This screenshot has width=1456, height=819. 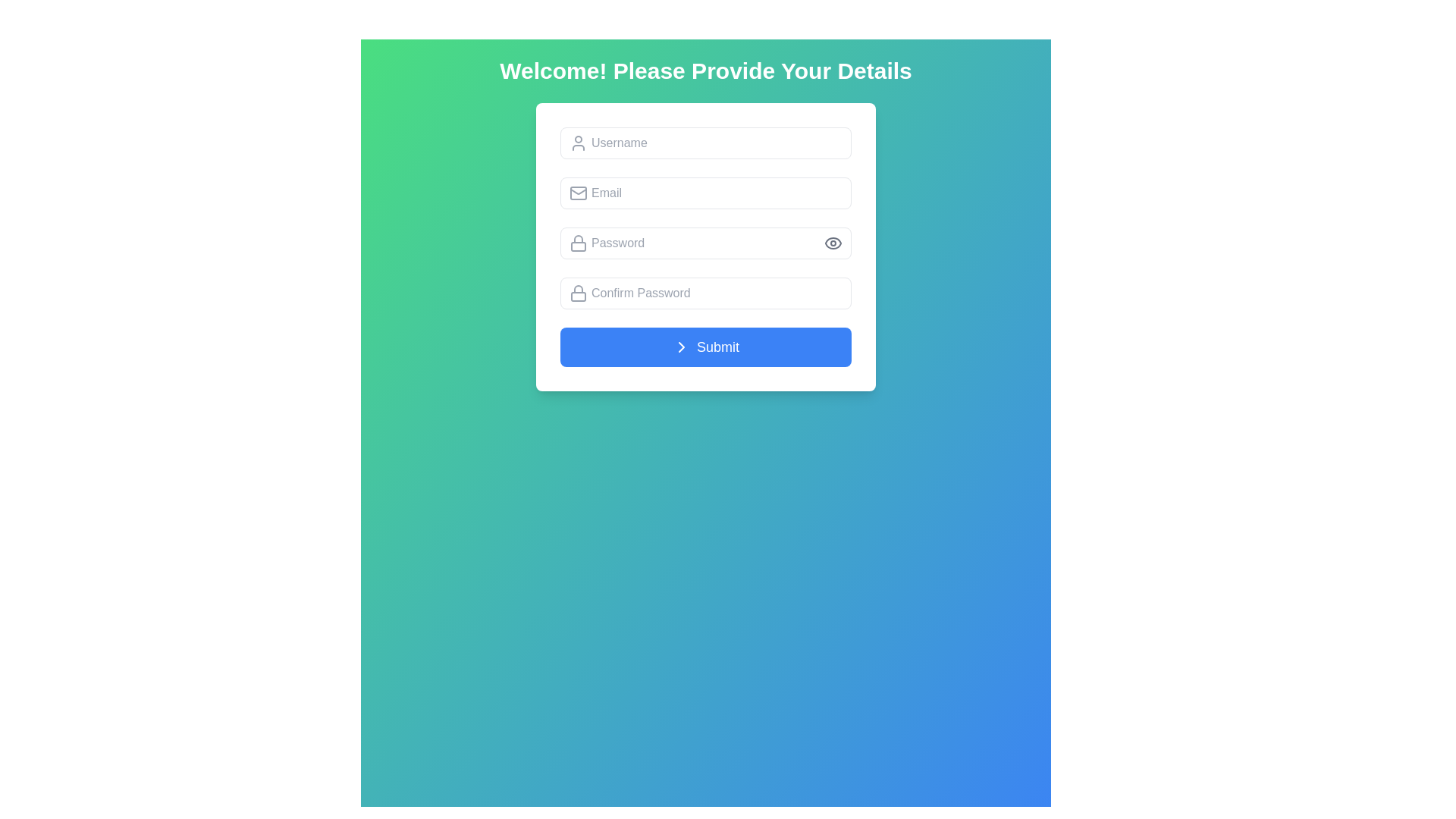 What do you see at coordinates (680, 347) in the screenshot?
I see `the right-pointing chevron icon, which is an SVG graphic element used` at bounding box center [680, 347].